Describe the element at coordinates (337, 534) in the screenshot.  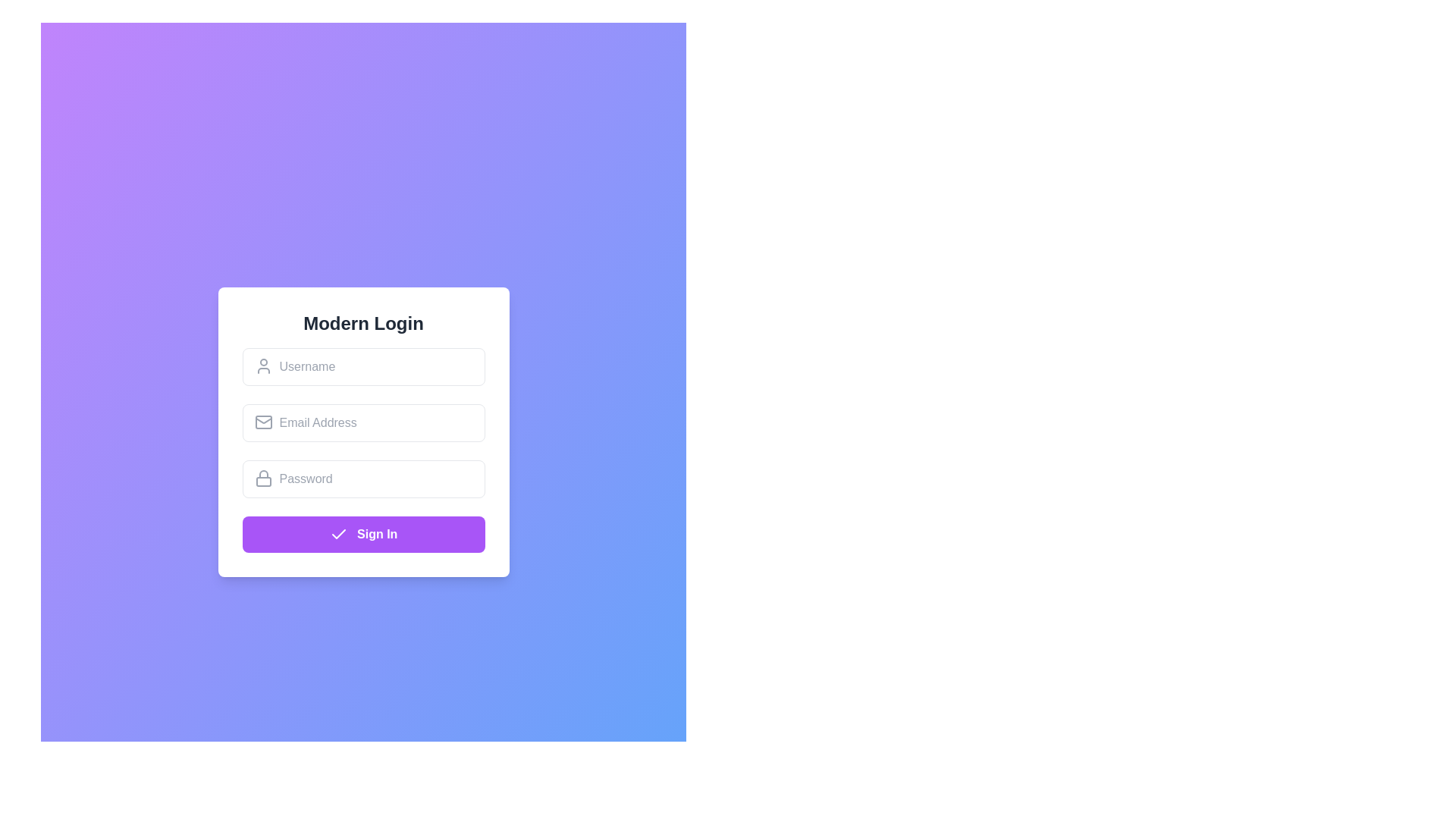
I see `the checkmark icon with a purple background located to the left of the 'Sign In' text on the button at the bottom of the login form` at that location.